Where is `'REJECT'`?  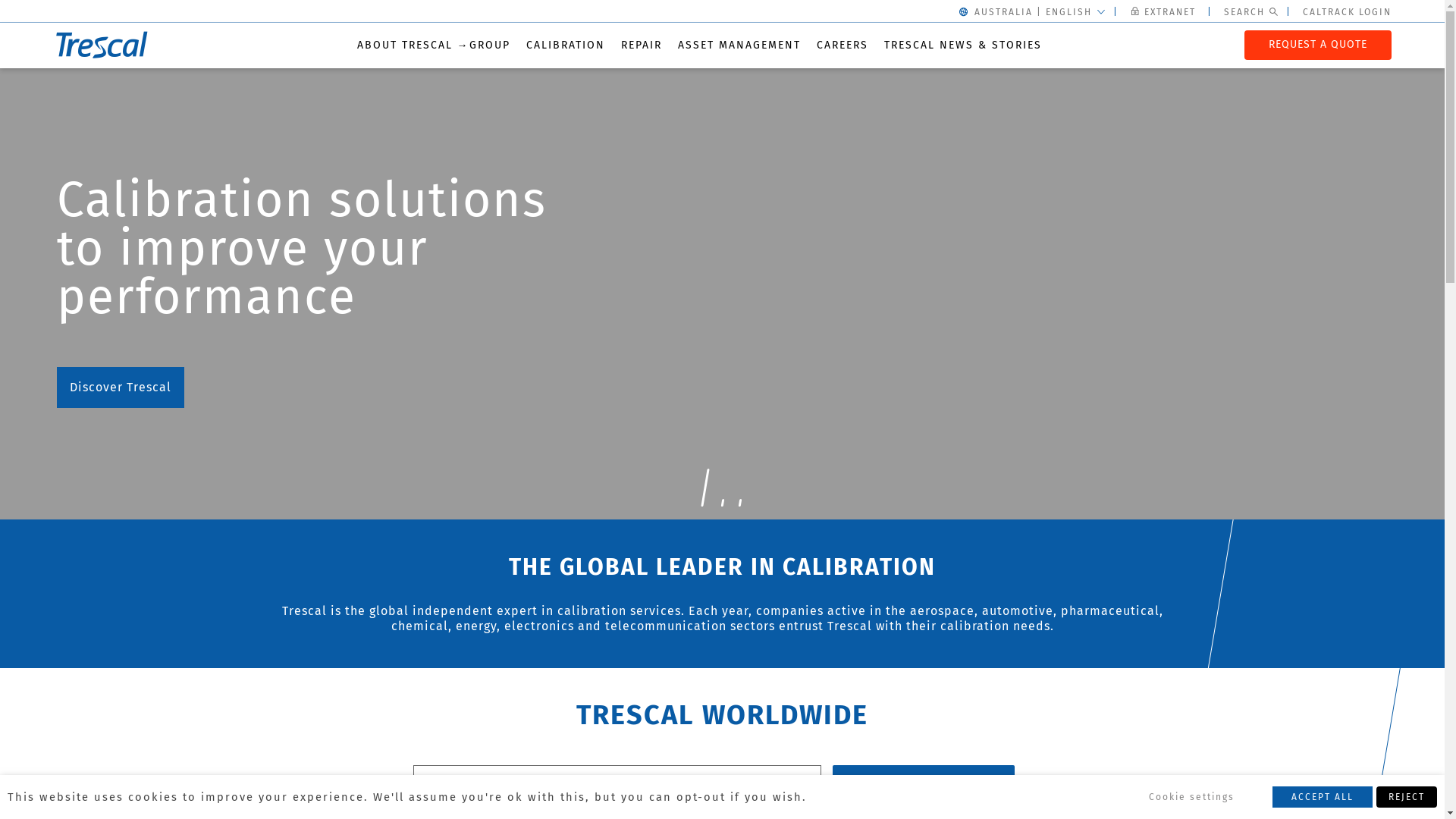 'REJECT' is located at coordinates (1376, 795).